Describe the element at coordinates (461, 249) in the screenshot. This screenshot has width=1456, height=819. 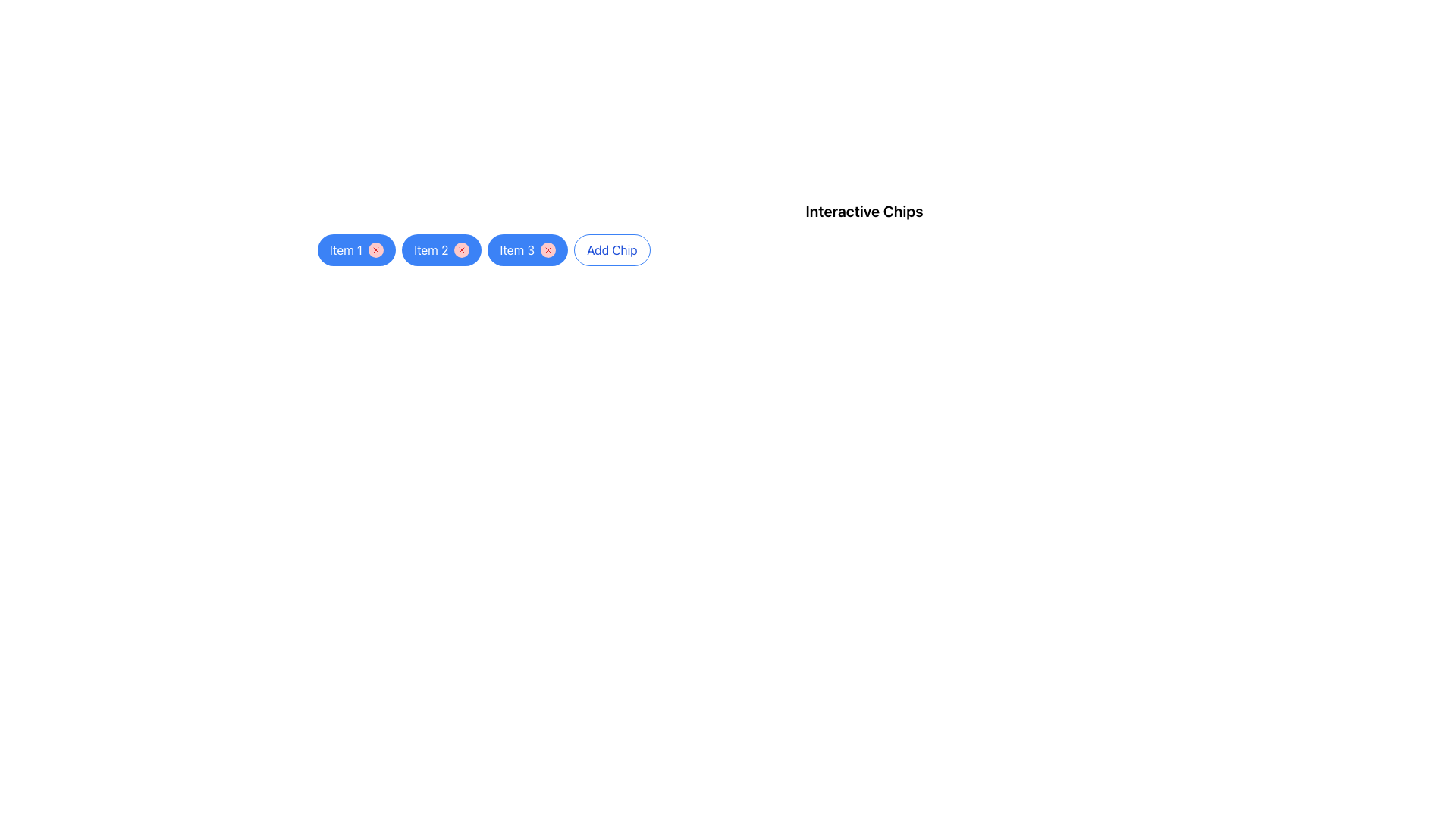
I see `the close button resembling an 'X' within the red circular background, located in the top-right corner of the chip labeled 'Item 2'` at that location.